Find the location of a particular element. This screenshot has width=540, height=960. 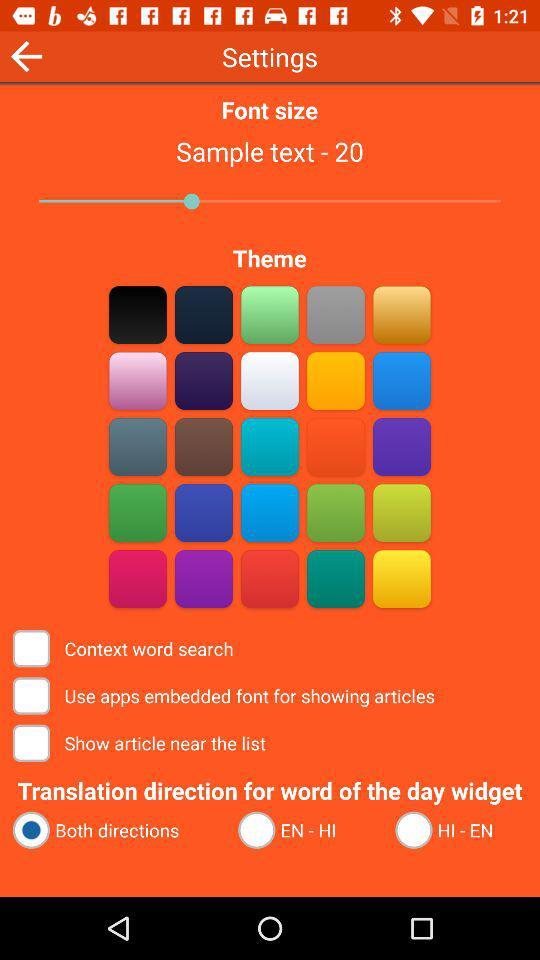

theme colour is located at coordinates (203, 446).